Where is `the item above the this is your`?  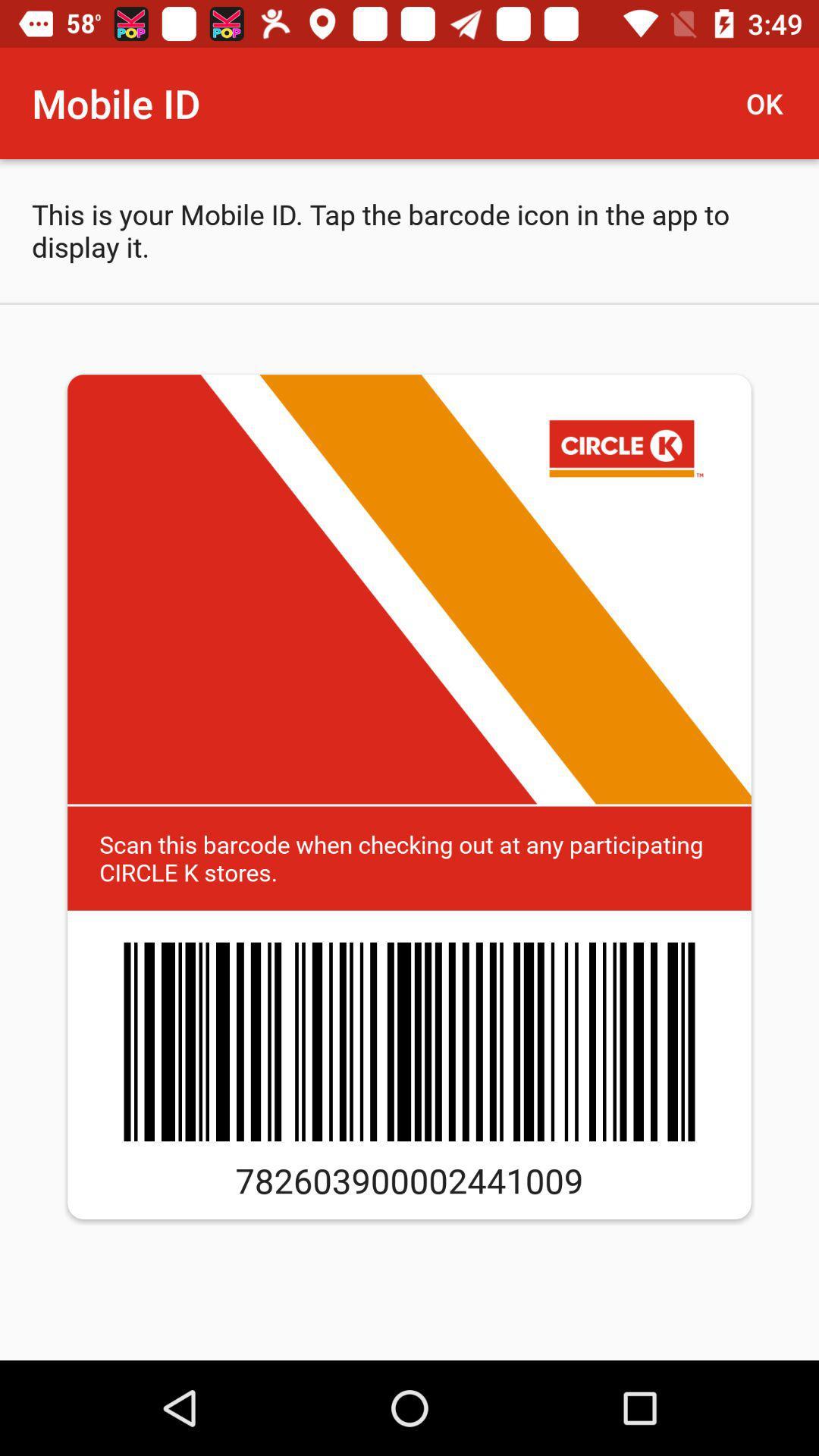
the item above the this is your is located at coordinates (771, 102).